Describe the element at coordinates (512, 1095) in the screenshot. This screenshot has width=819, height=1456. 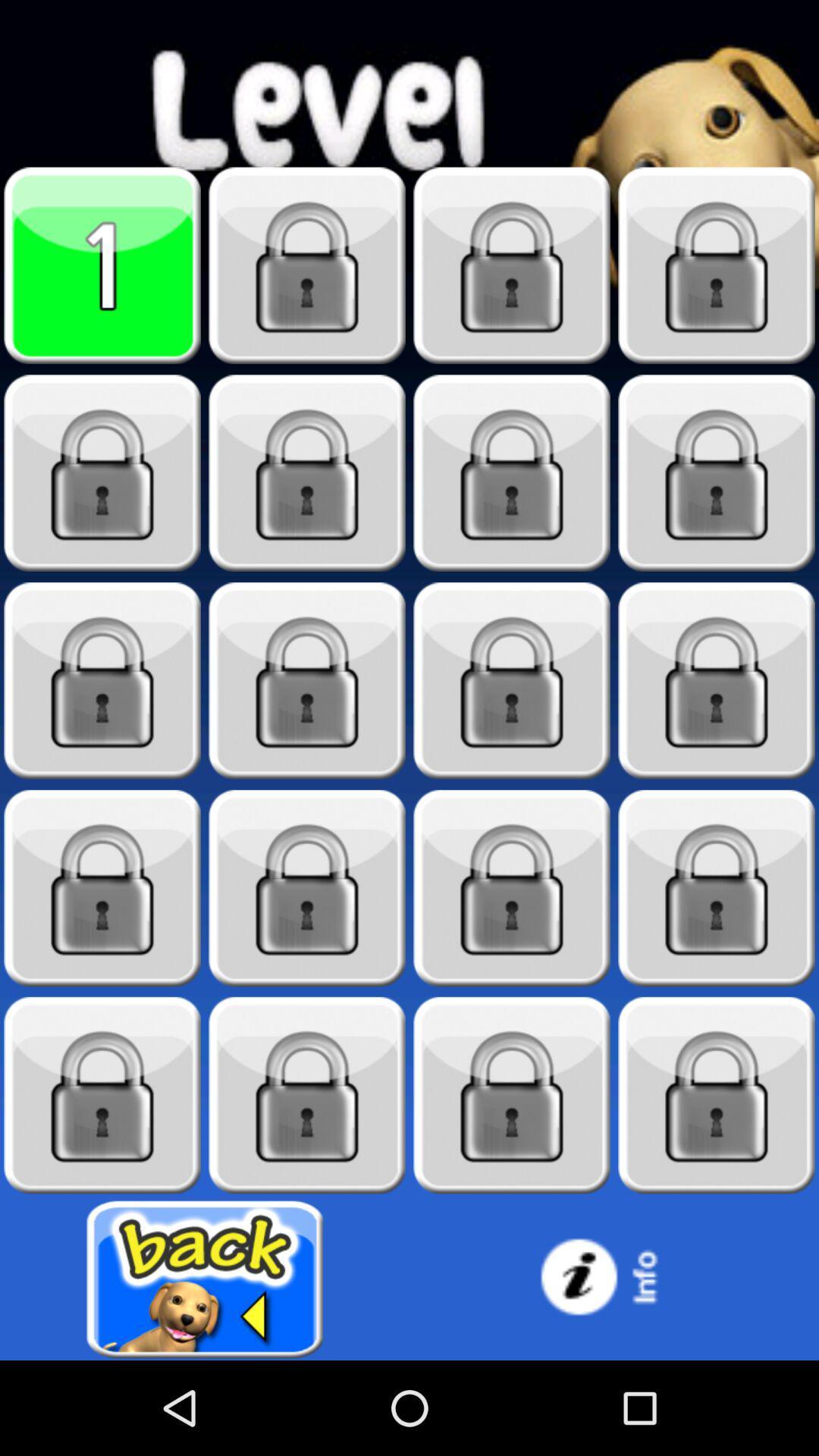
I see `unlock` at that location.